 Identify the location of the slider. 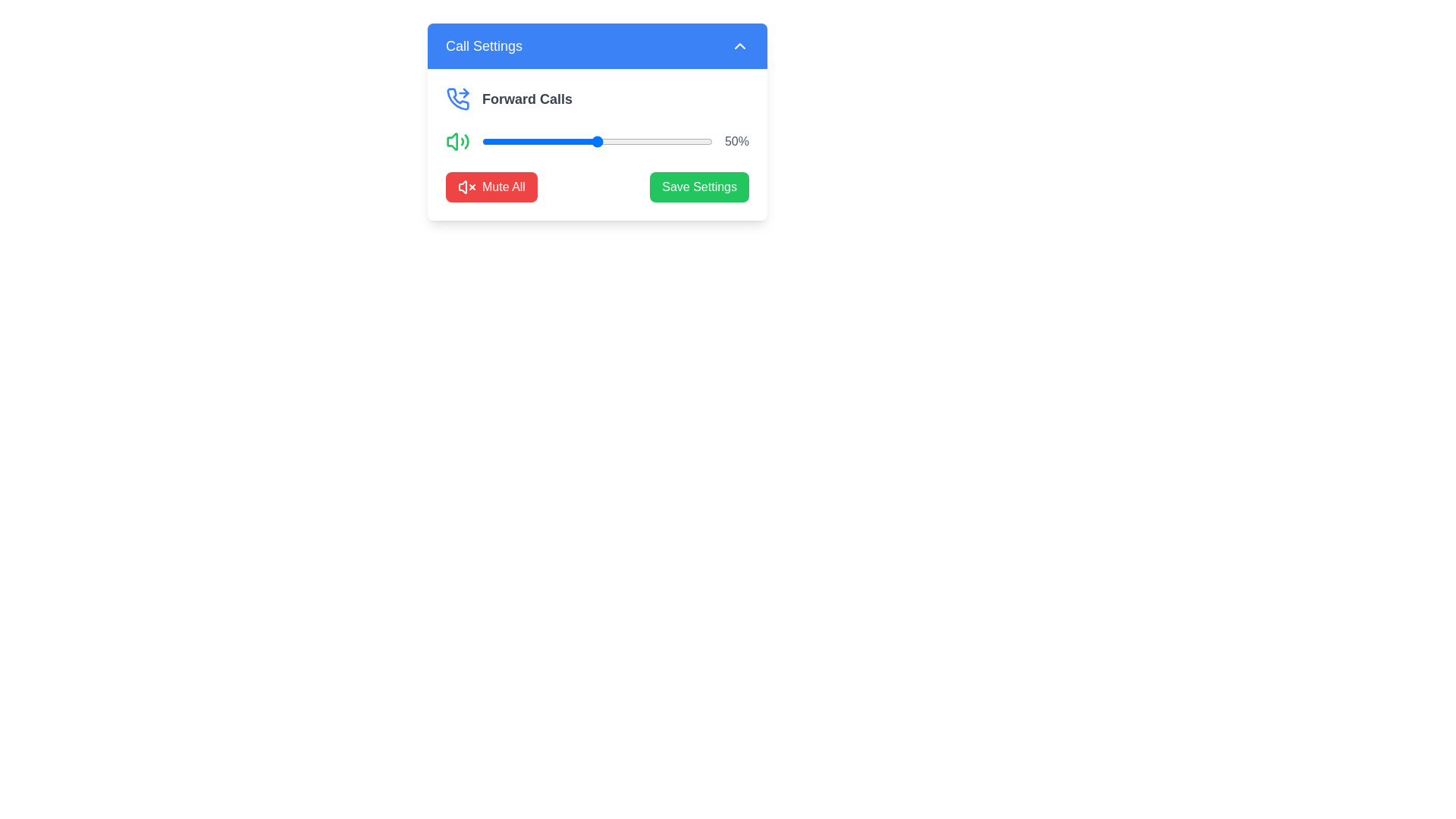
(569, 141).